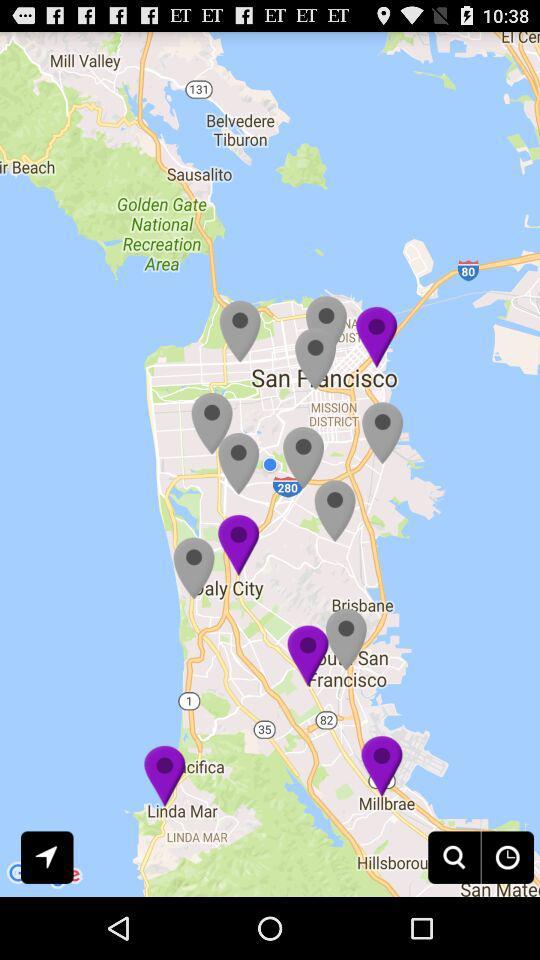 The height and width of the screenshot is (960, 540). What do you see at coordinates (454, 917) in the screenshot?
I see `the search icon` at bounding box center [454, 917].